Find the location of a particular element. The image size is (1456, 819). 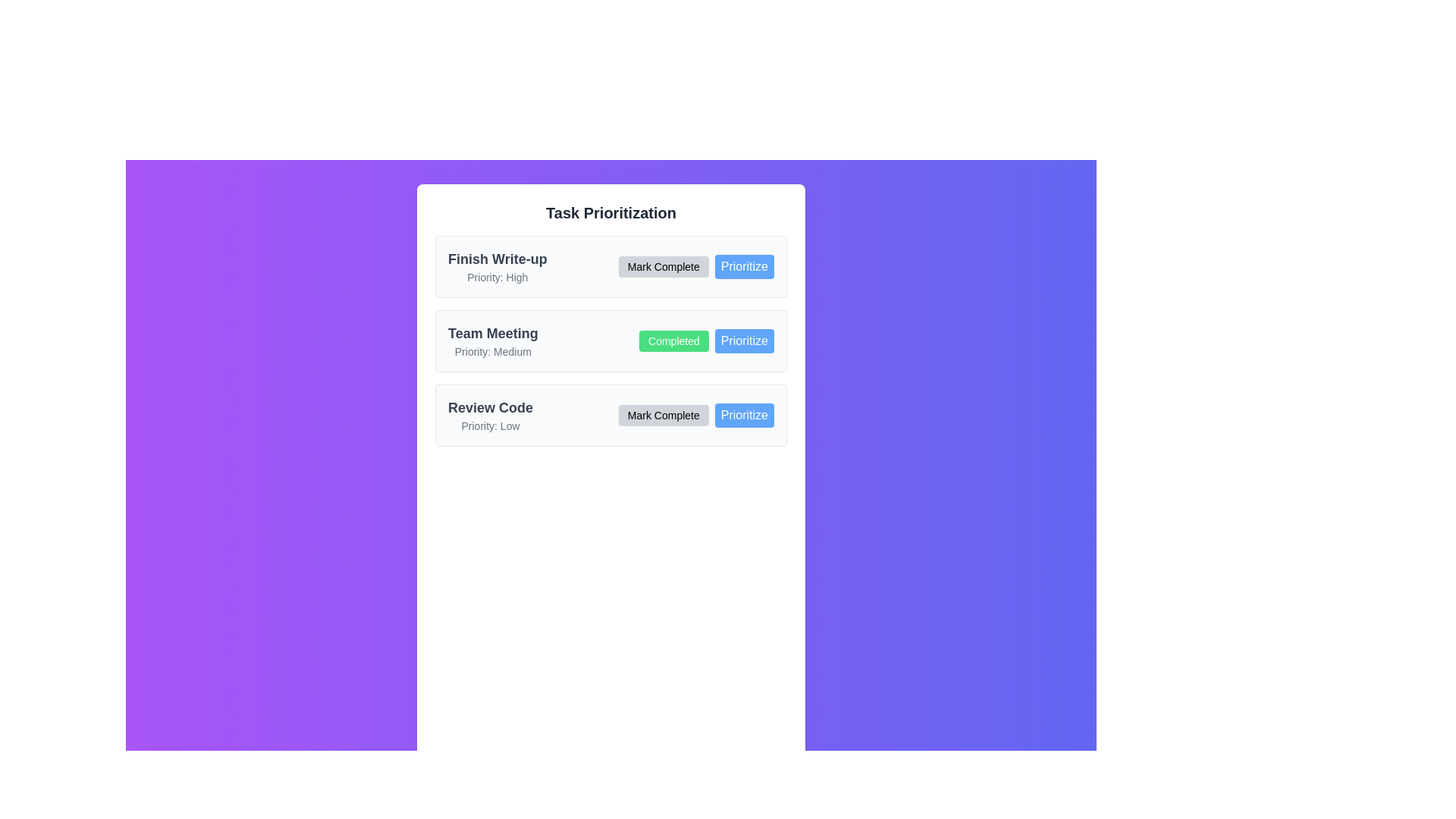

the 'Prioritize' button for the task labeled 'Finish Write-up' is located at coordinates (744, 265).